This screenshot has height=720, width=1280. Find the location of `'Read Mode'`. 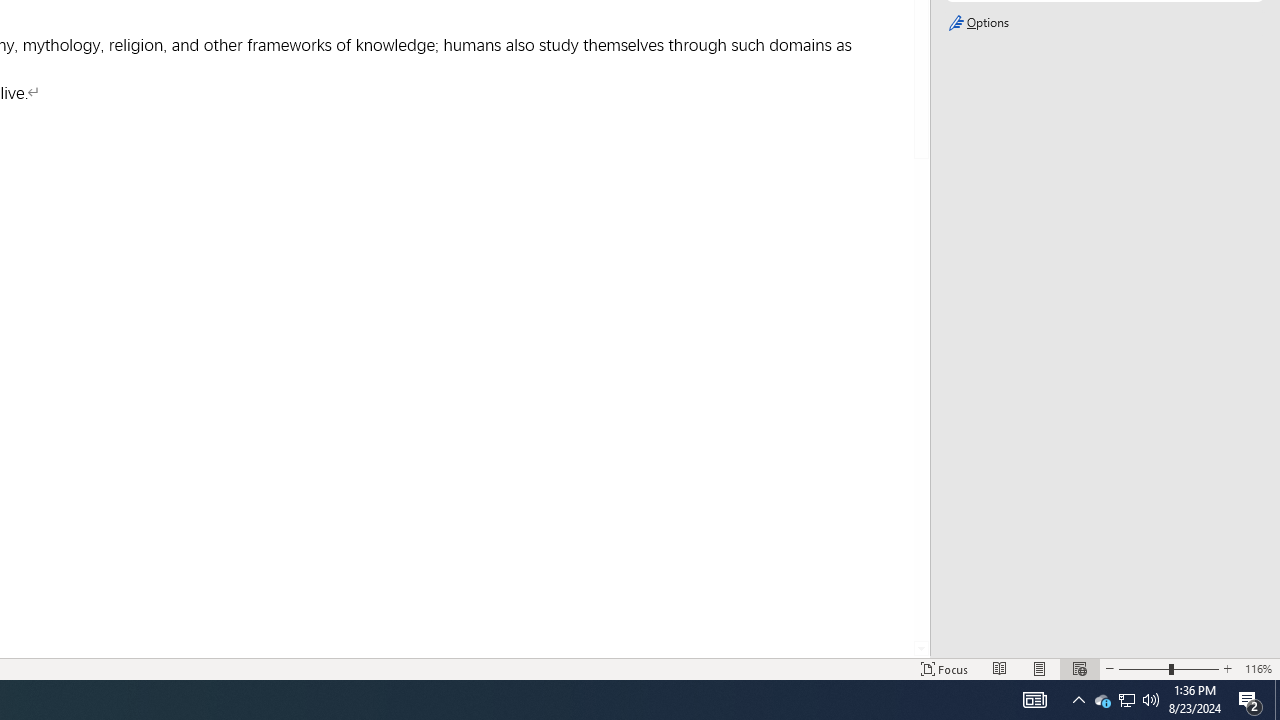

'Read Mode' is located at coordinates (1000, 669).